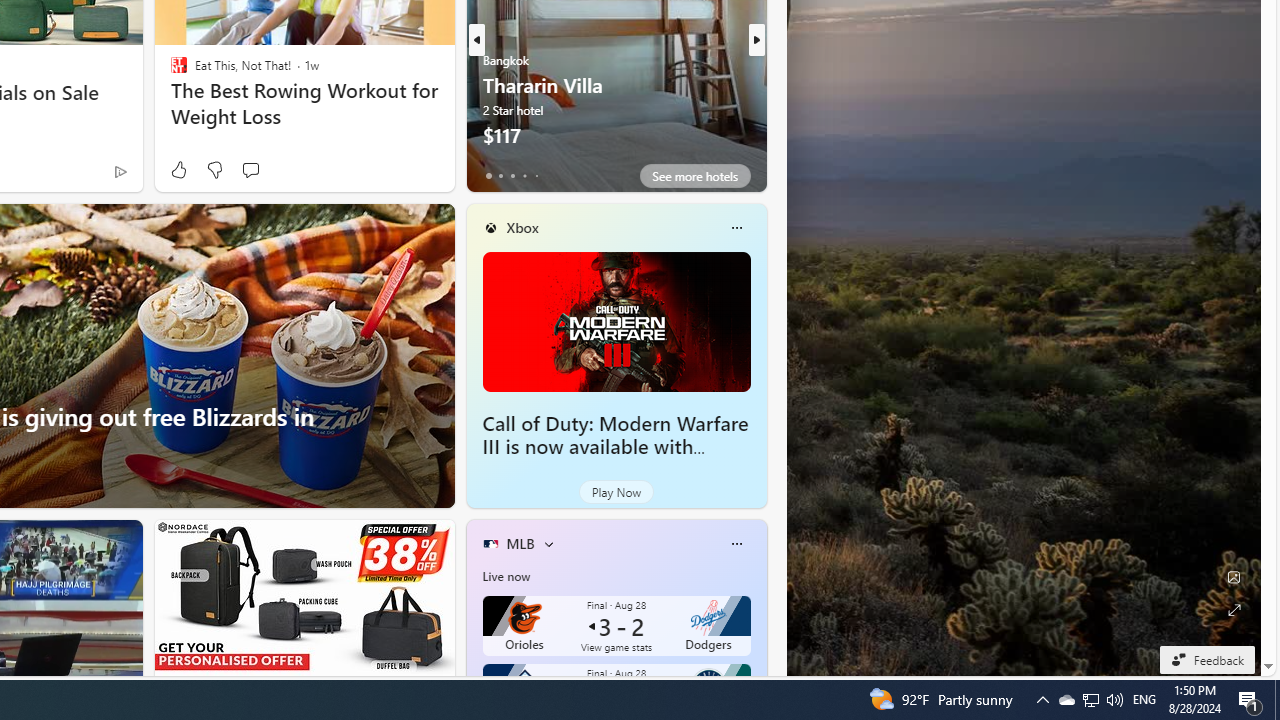 The width and height of the screenshot is (1280, 720). What do you see at coordinates (524, 175) in the screenshot?
I see `'tab-3'` at bounding box center [524, 175].